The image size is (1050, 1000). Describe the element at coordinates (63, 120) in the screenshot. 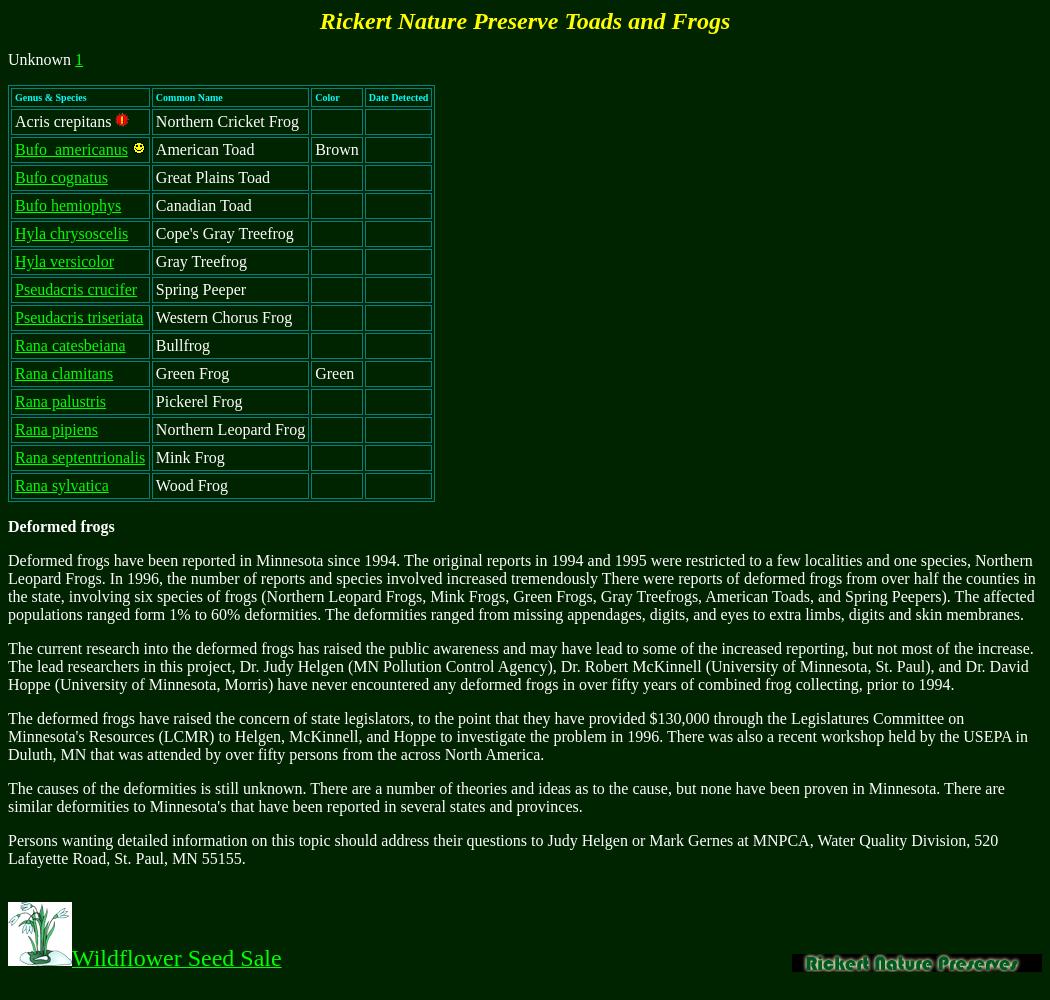

I see `'Acris crepitans'` at that location.